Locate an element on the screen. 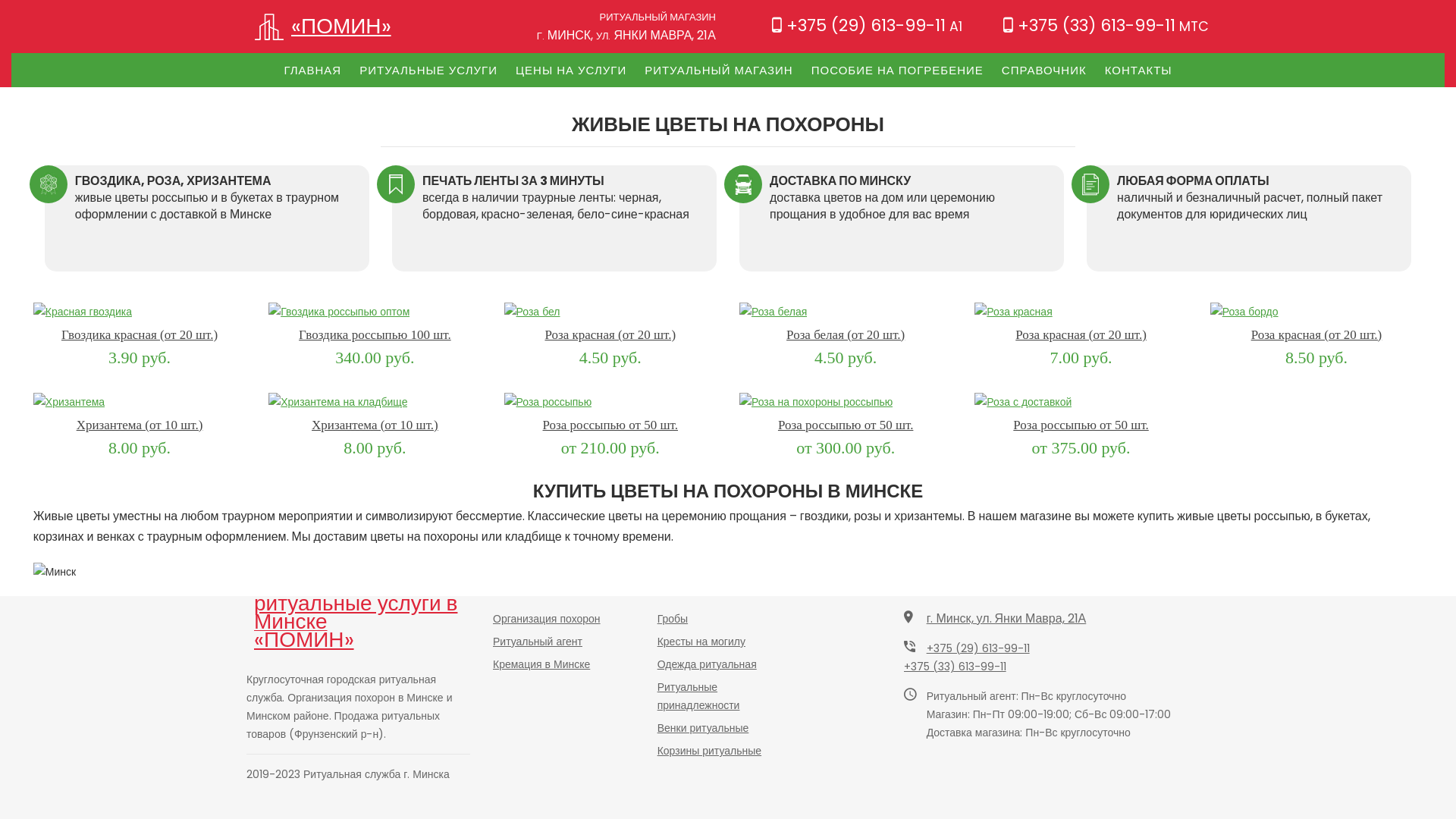  '+375 (33) 613-99-11' is located at coordinates (903, 666).